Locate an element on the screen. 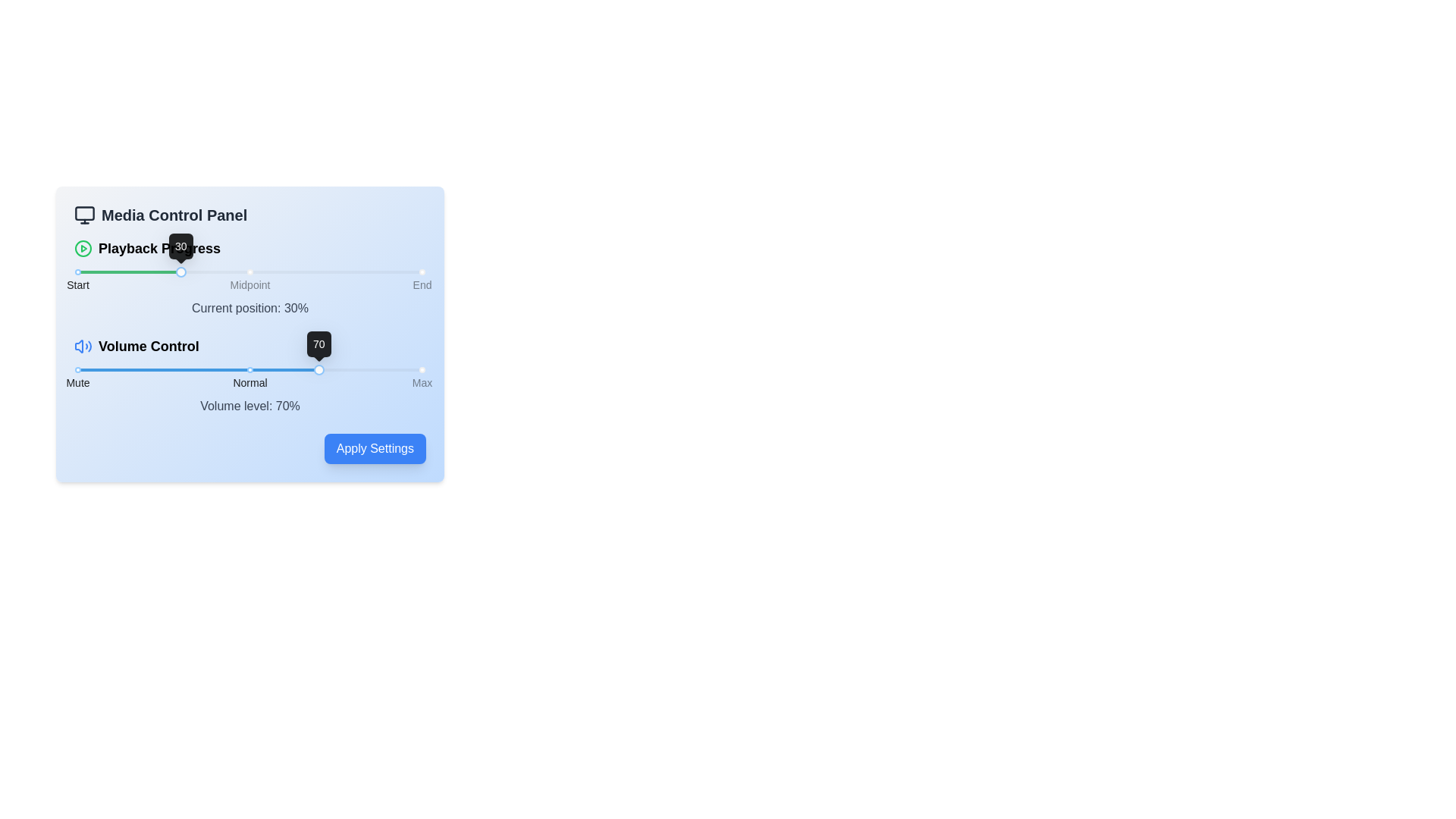 This screenshot has width=1456, height=819. playback position is located at coordinates (304, 271).